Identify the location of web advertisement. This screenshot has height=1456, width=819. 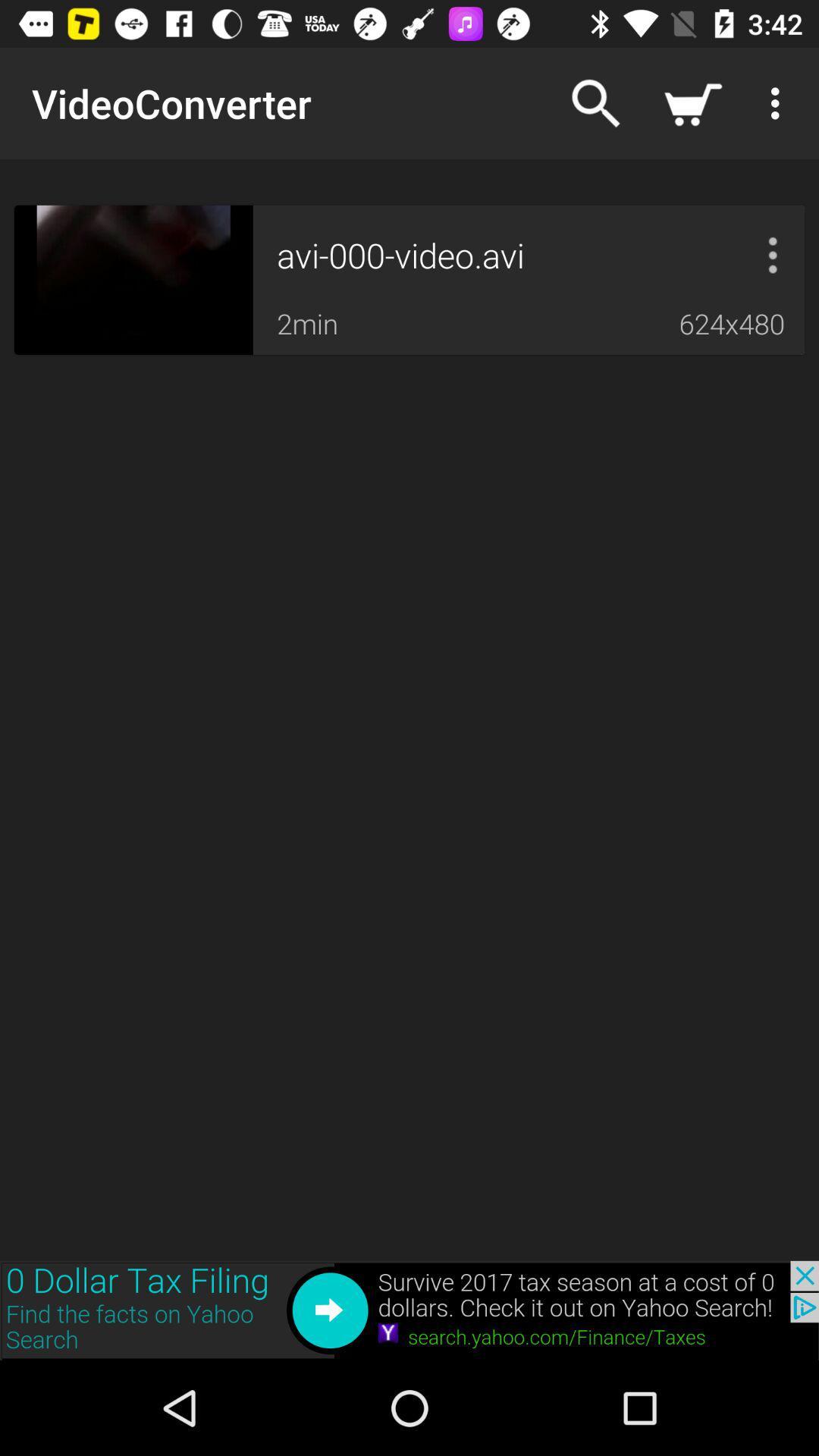
(409, 1310).